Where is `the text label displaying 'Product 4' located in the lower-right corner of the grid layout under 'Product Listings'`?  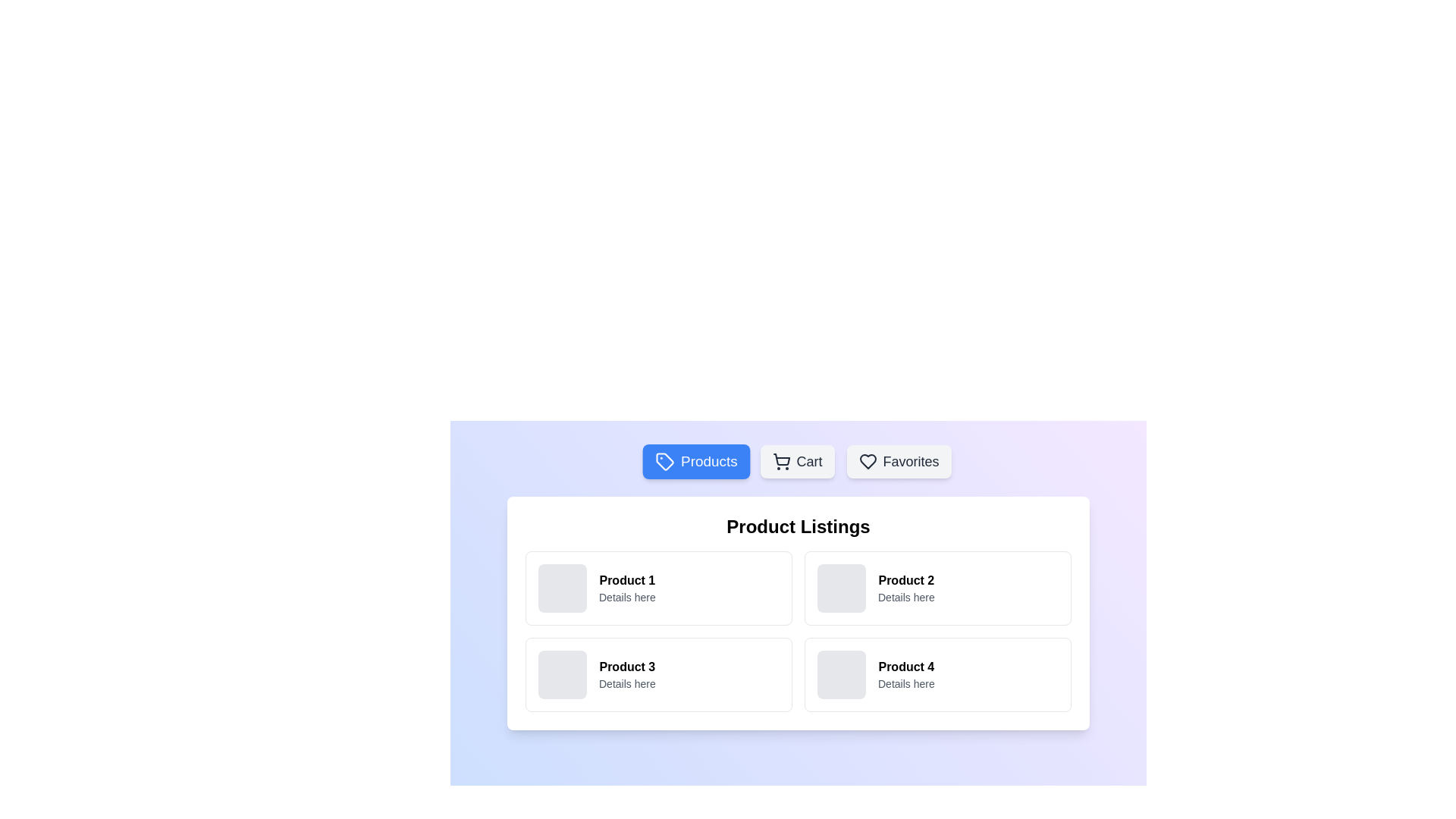 the text label displaying 'Product 4' located in the lower-right corner of the grid layout under 'Product Listings' is located at coordinates (906, 666).